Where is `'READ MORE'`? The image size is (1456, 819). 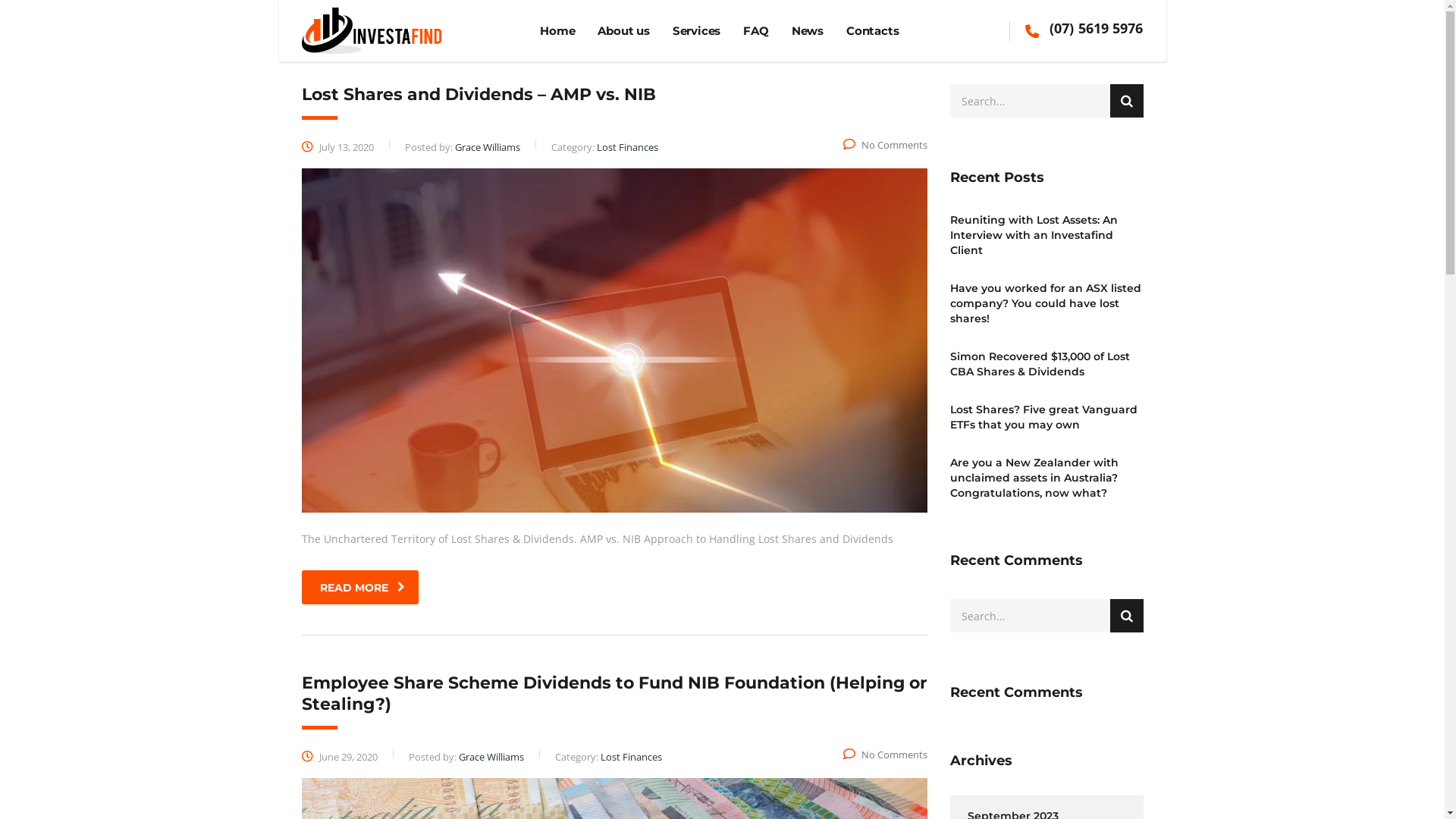 'READ MORE' is located at coordinates (359, 586).